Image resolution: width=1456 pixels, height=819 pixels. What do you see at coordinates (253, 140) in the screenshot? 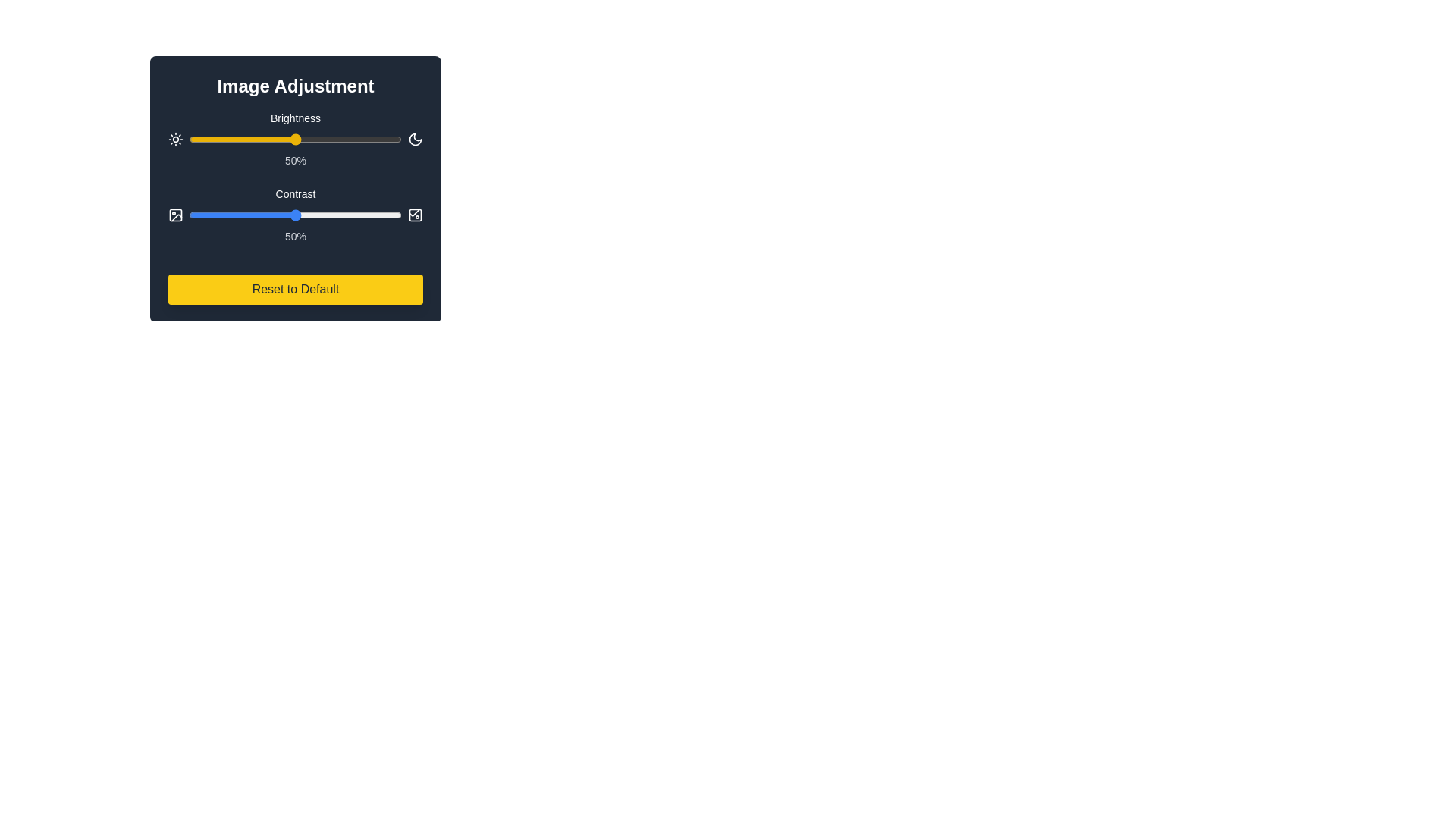
I see `brightness` at bounding box center [253, 140].